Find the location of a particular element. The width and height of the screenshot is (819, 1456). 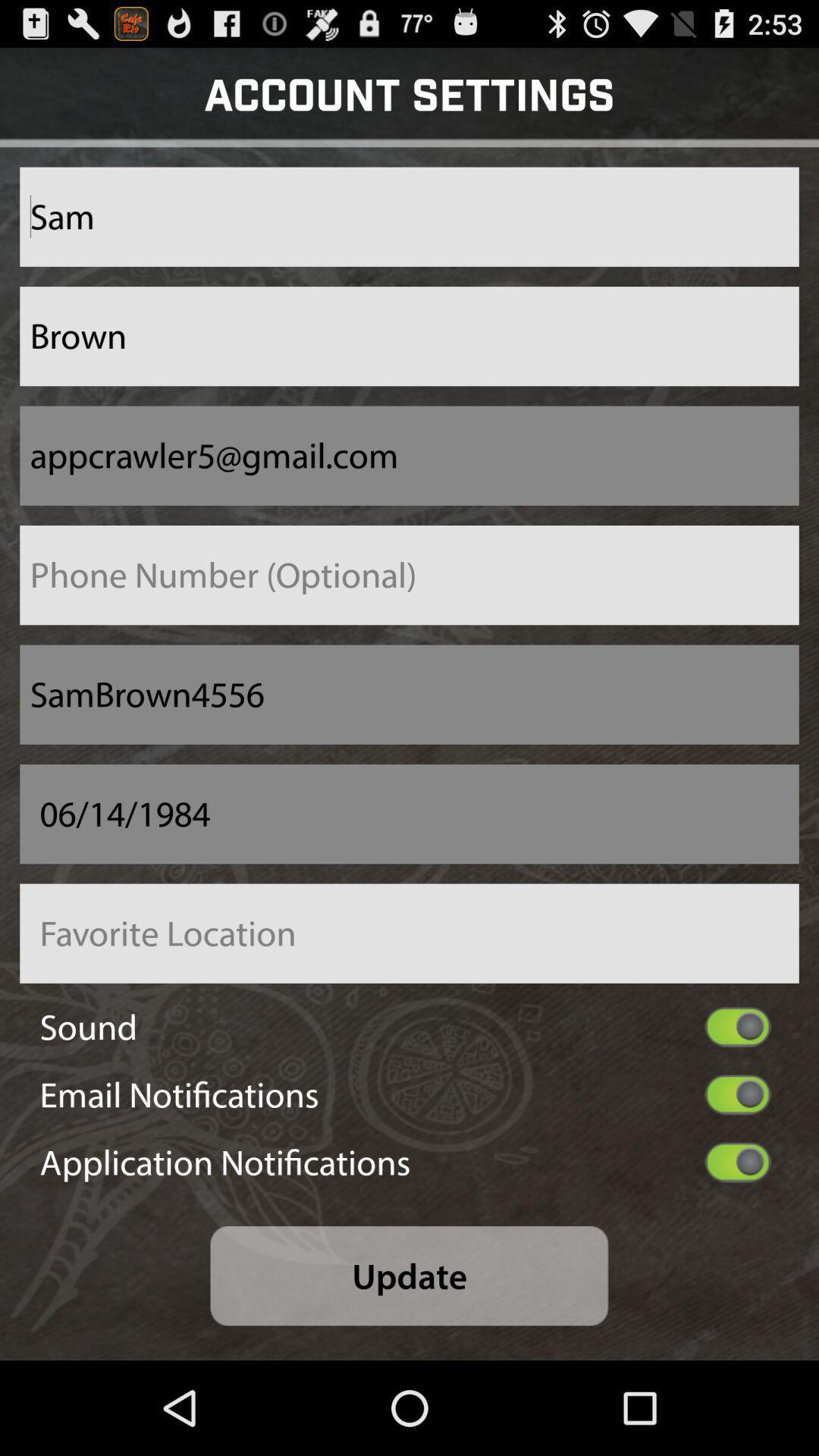

type favorite location is located at coordinates (409, 933).